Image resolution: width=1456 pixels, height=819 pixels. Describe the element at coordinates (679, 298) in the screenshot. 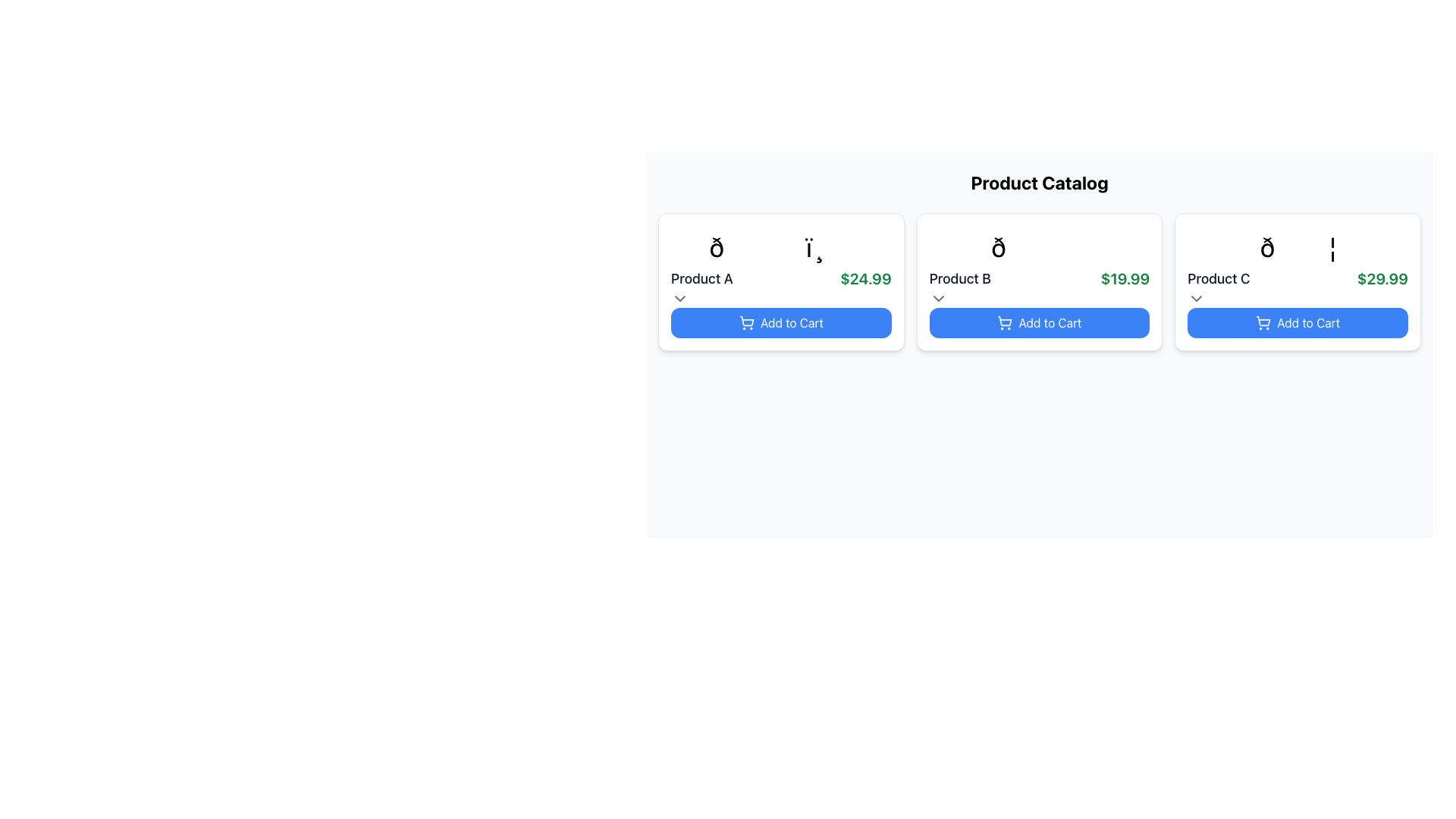

I see `the downward-facing chevron icon next to the 'Product A' label` at that location.